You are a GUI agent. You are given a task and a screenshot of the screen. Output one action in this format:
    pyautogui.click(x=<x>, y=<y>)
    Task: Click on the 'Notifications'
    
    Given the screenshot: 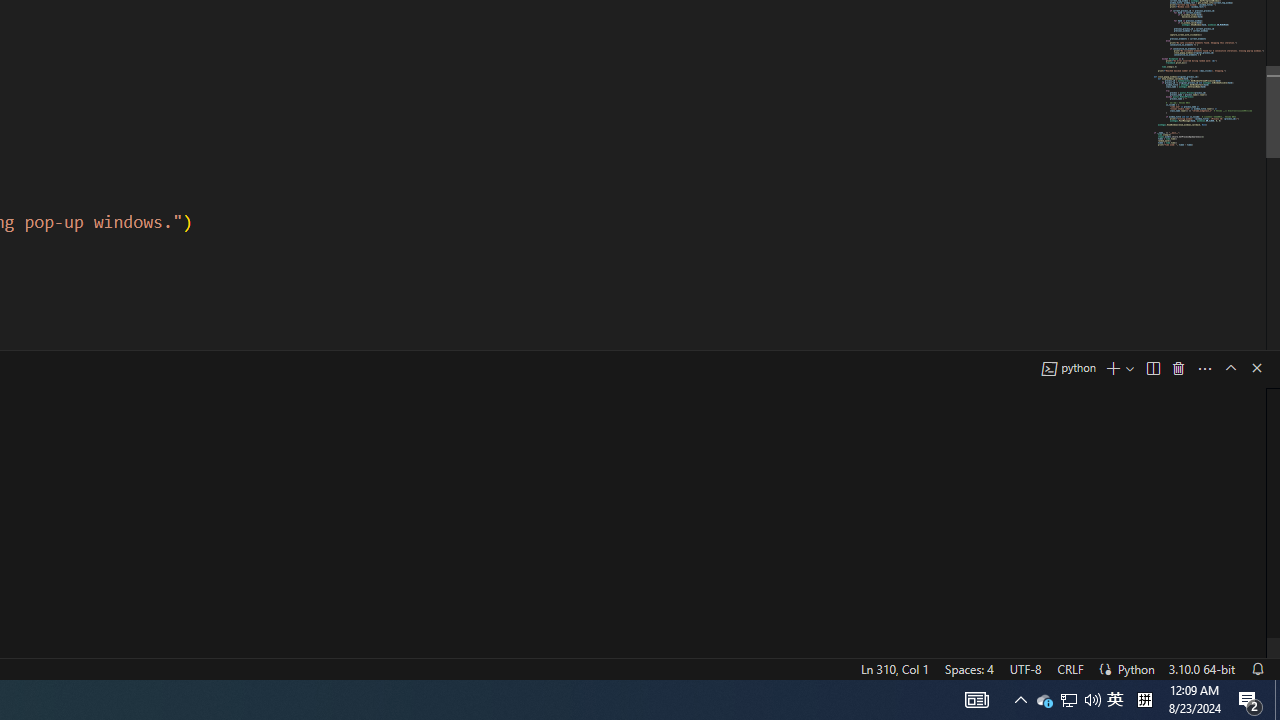 What is the action you would take?
    pyautogui.click(x=1256, y=668)
    